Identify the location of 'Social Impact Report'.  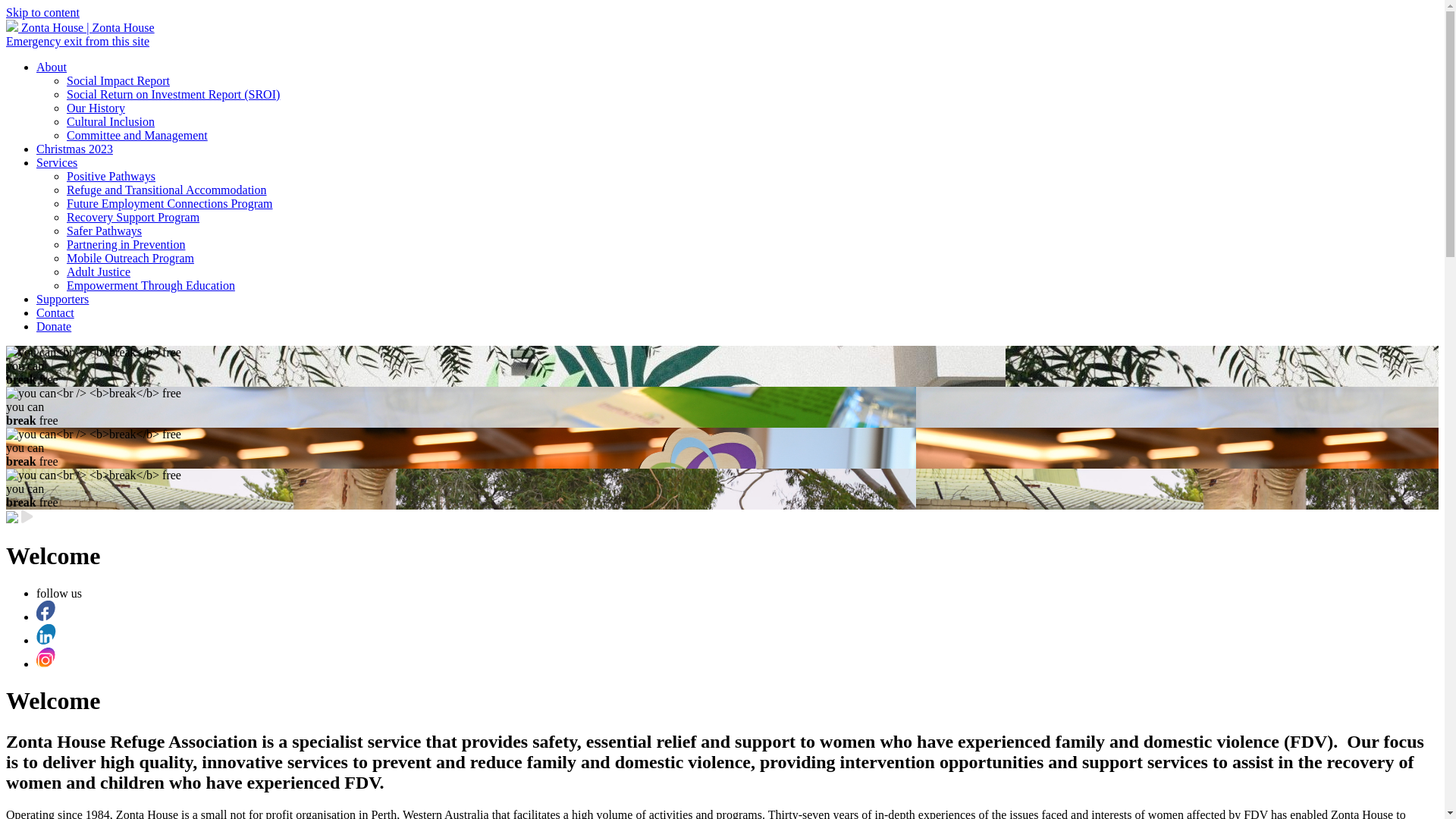
(118, 80).